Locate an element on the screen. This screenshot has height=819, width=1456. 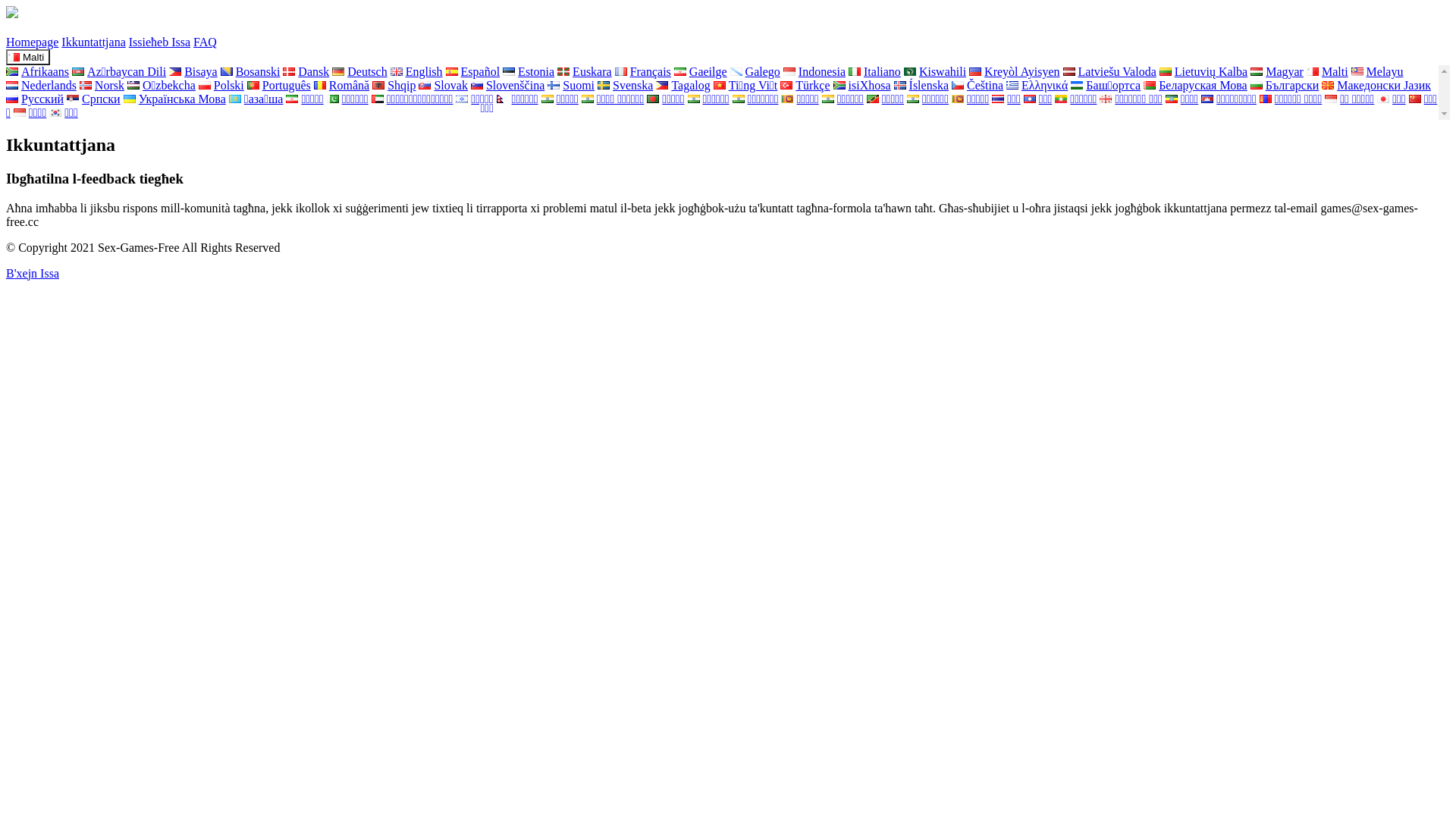
'Afrikaans' is located at coordinates (37, 71).